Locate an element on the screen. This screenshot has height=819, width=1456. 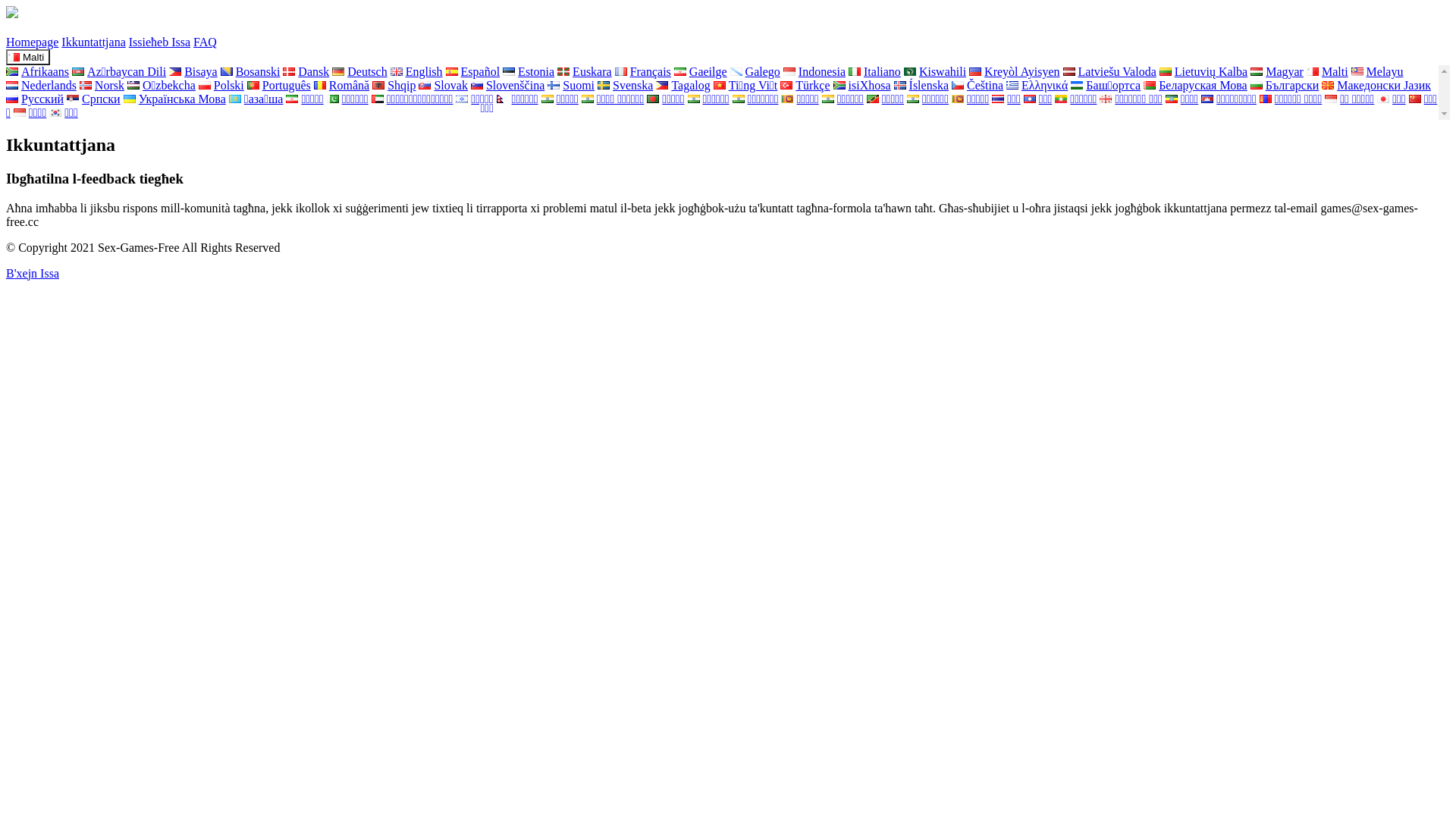
'Afrikaans' is located at coordinates (37, 71).